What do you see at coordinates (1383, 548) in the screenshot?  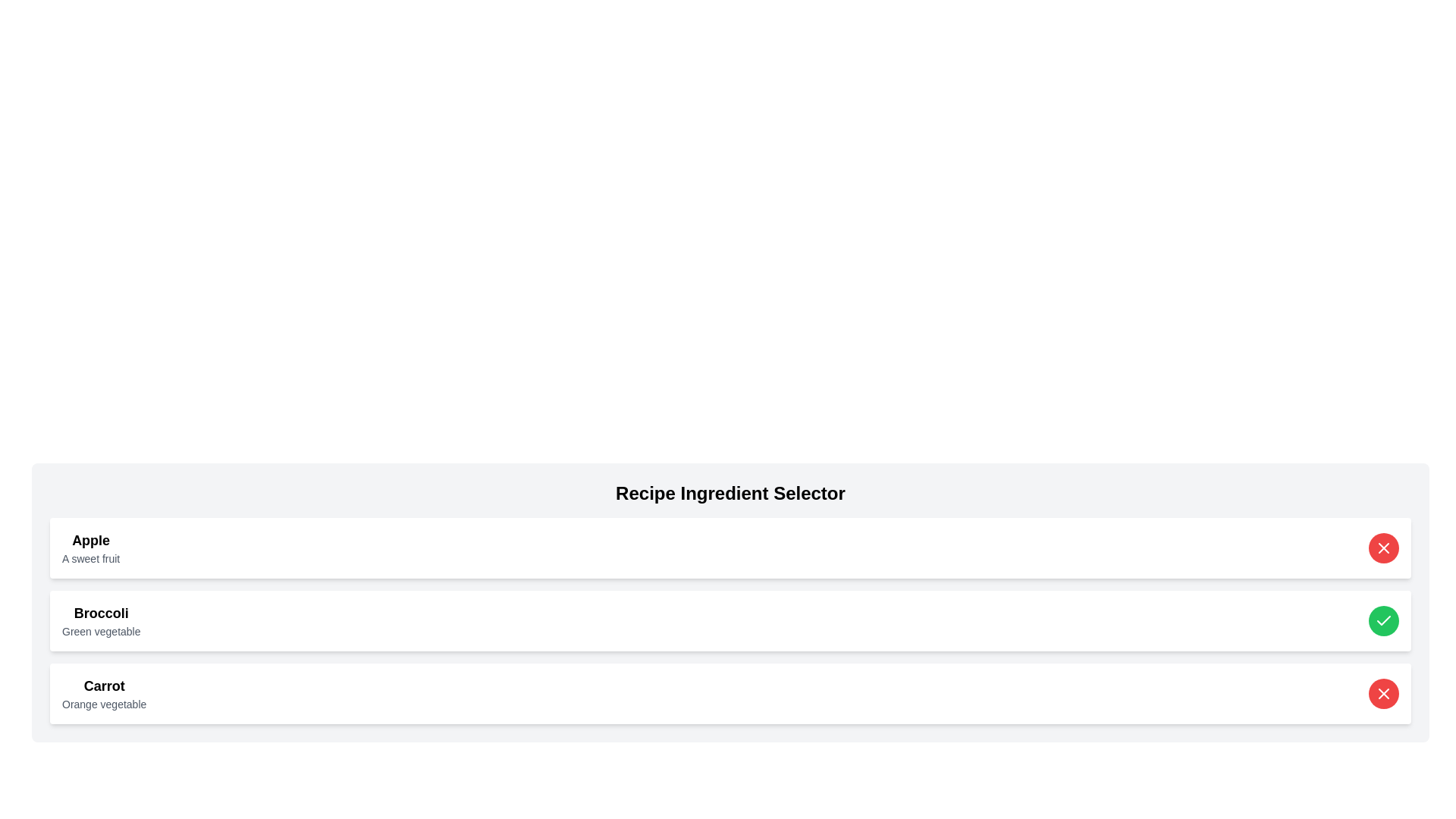 I see `the red circular button with a white 'X' icon located at the far right of the list item labeled 'Apple A sweet fruit'` at bounding box center [1383, 548].